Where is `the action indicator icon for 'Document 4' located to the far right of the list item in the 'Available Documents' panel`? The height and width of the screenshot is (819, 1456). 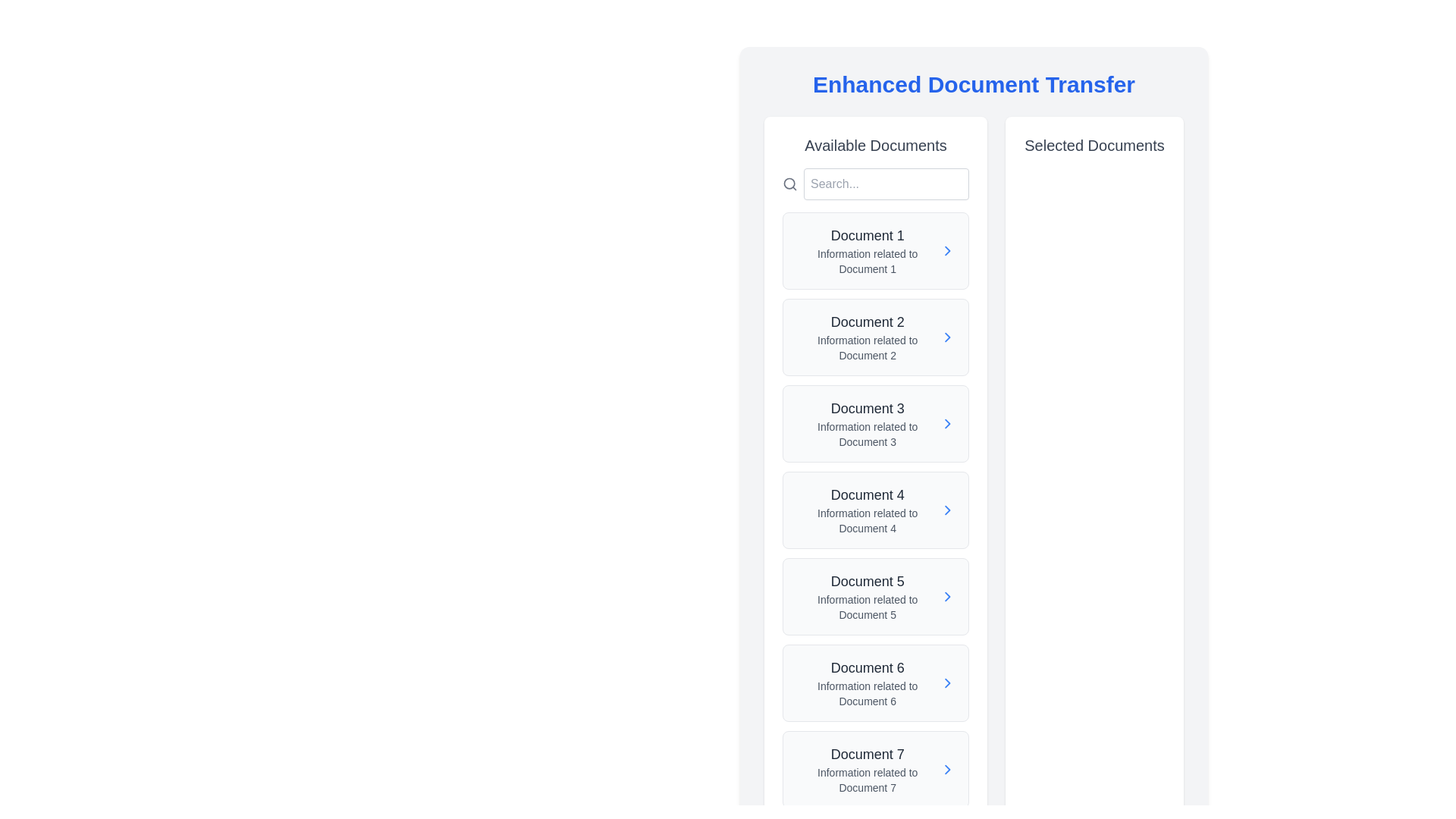 the action indicator icon for 'Document 4' located to the far right of the list item in the 'Available Documents' panel is located at coordinates (947, 510).